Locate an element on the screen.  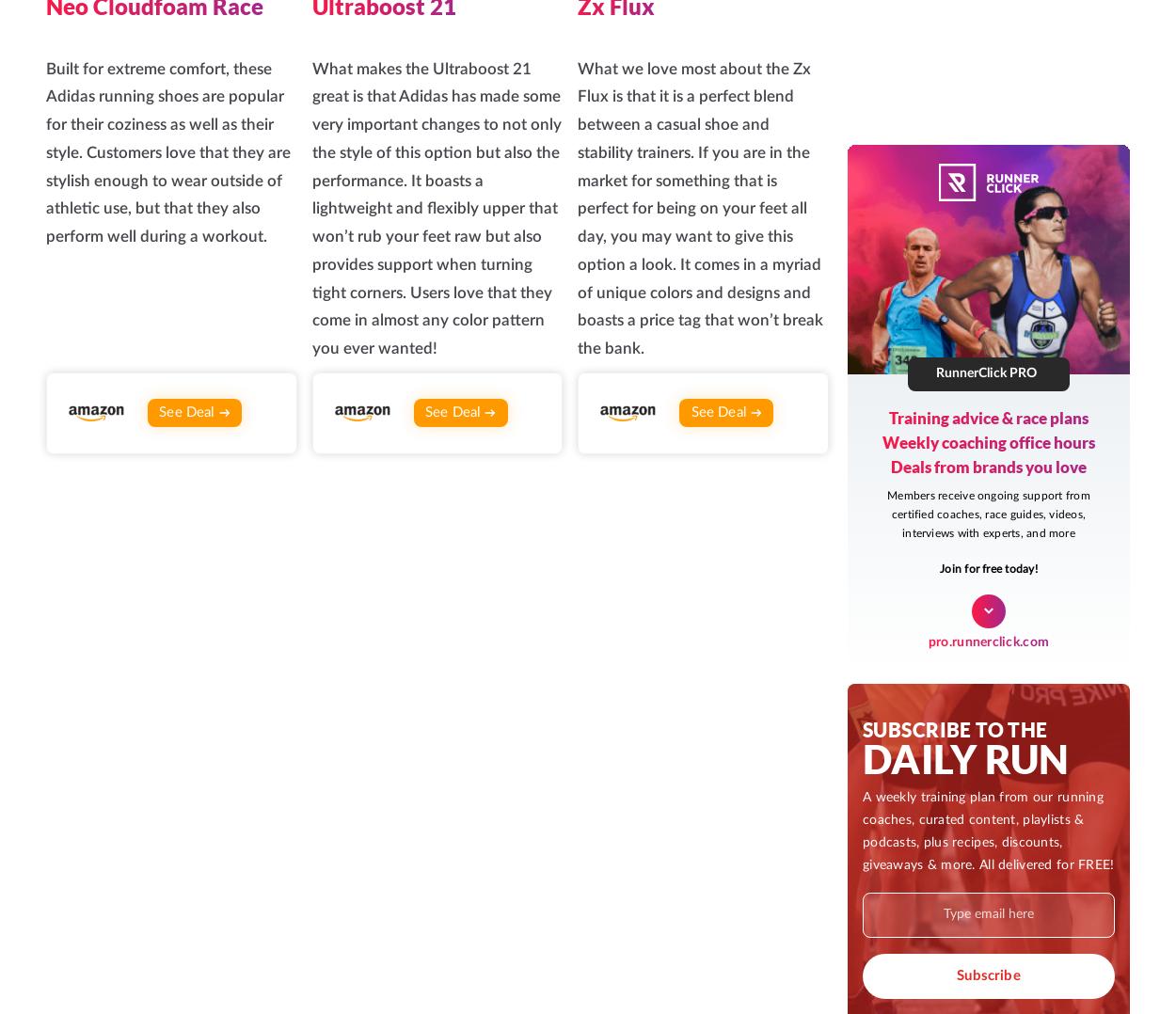
'Privacy Policy' is located at coordinates (1009, 601).